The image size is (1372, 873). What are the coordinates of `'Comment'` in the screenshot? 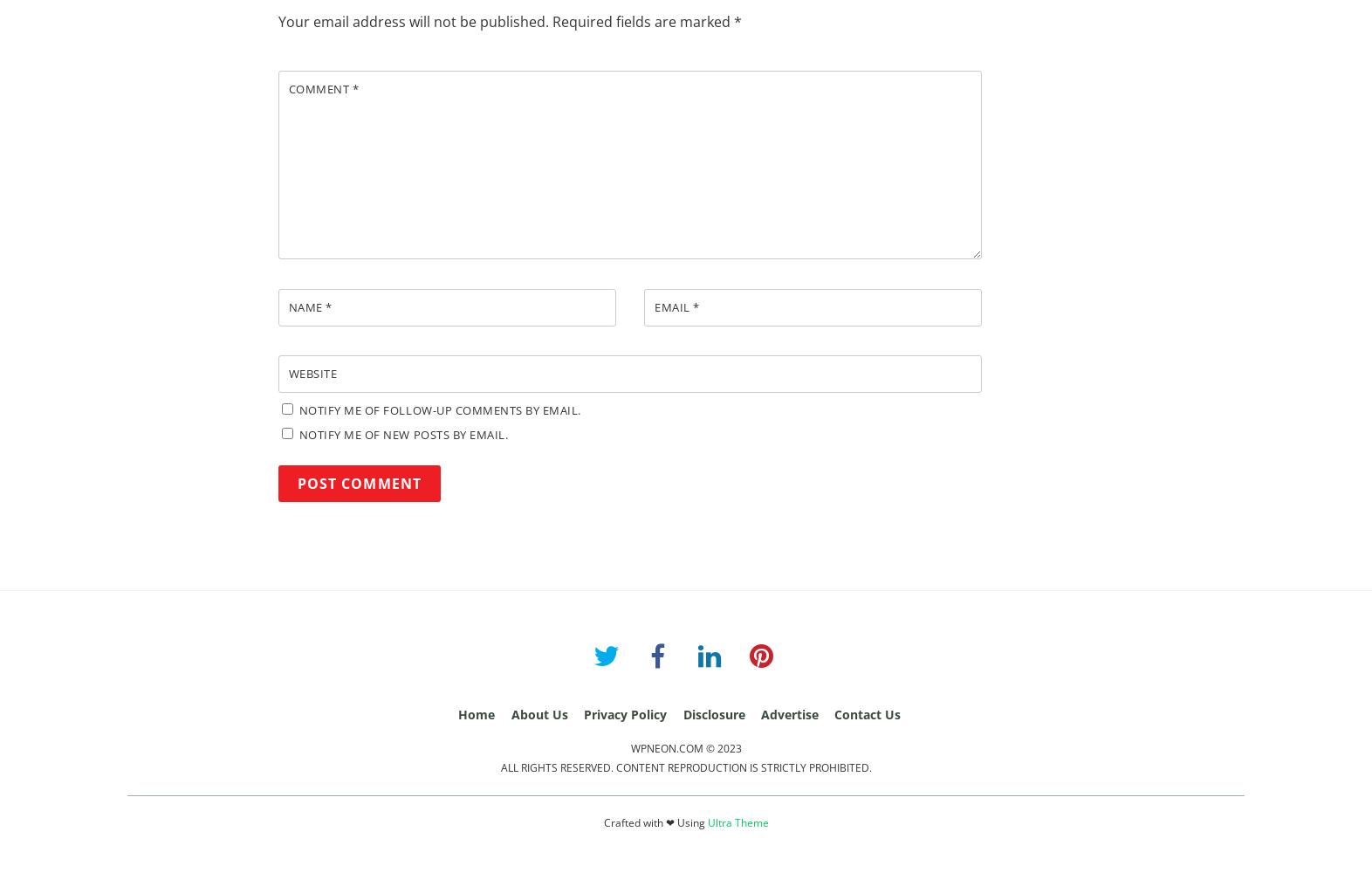 It's located at (319, 88).